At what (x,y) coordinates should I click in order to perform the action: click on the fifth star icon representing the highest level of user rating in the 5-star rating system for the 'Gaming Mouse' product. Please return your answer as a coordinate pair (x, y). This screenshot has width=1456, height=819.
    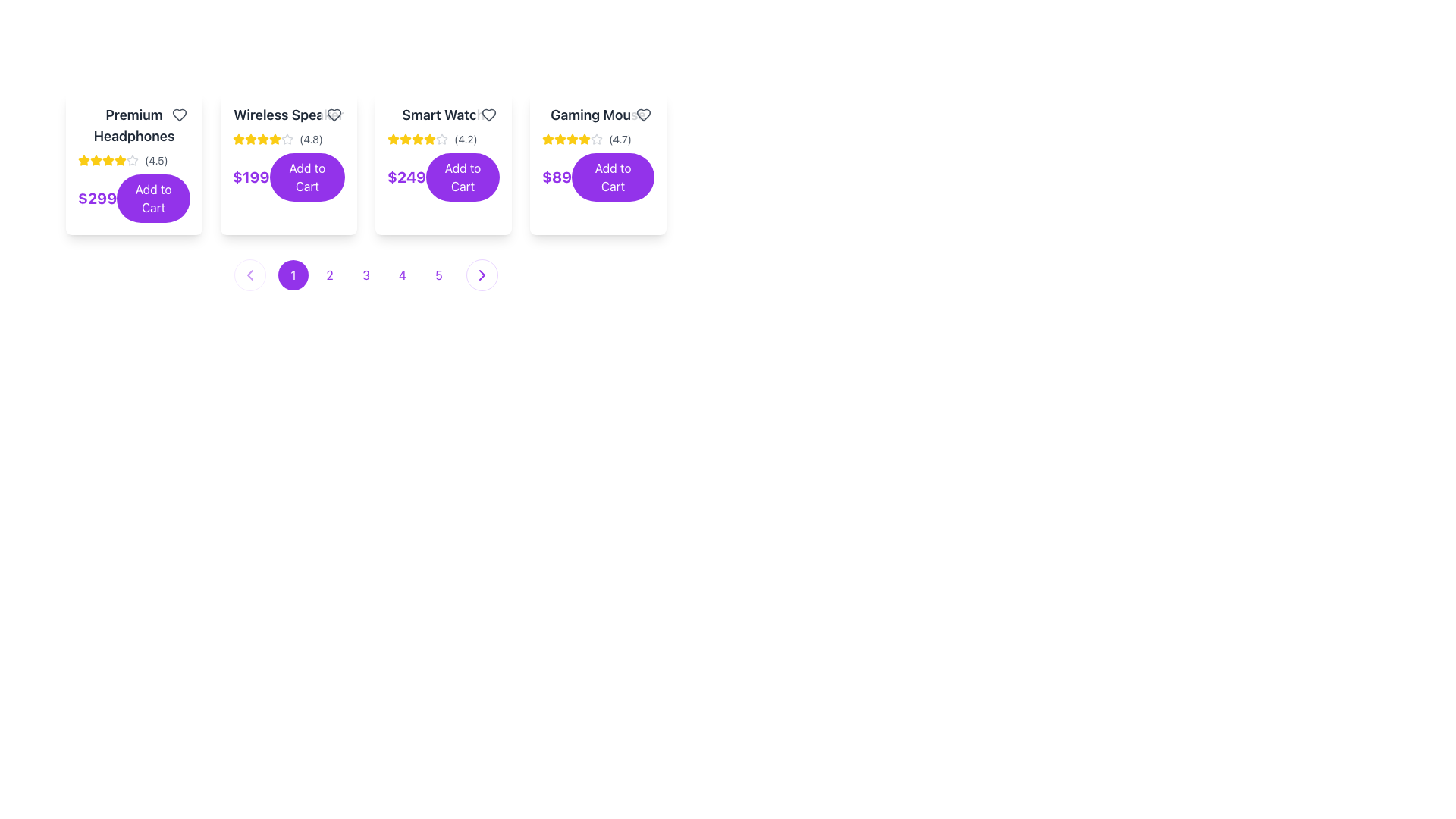
    Looking at the image, I should click on (571, 140).